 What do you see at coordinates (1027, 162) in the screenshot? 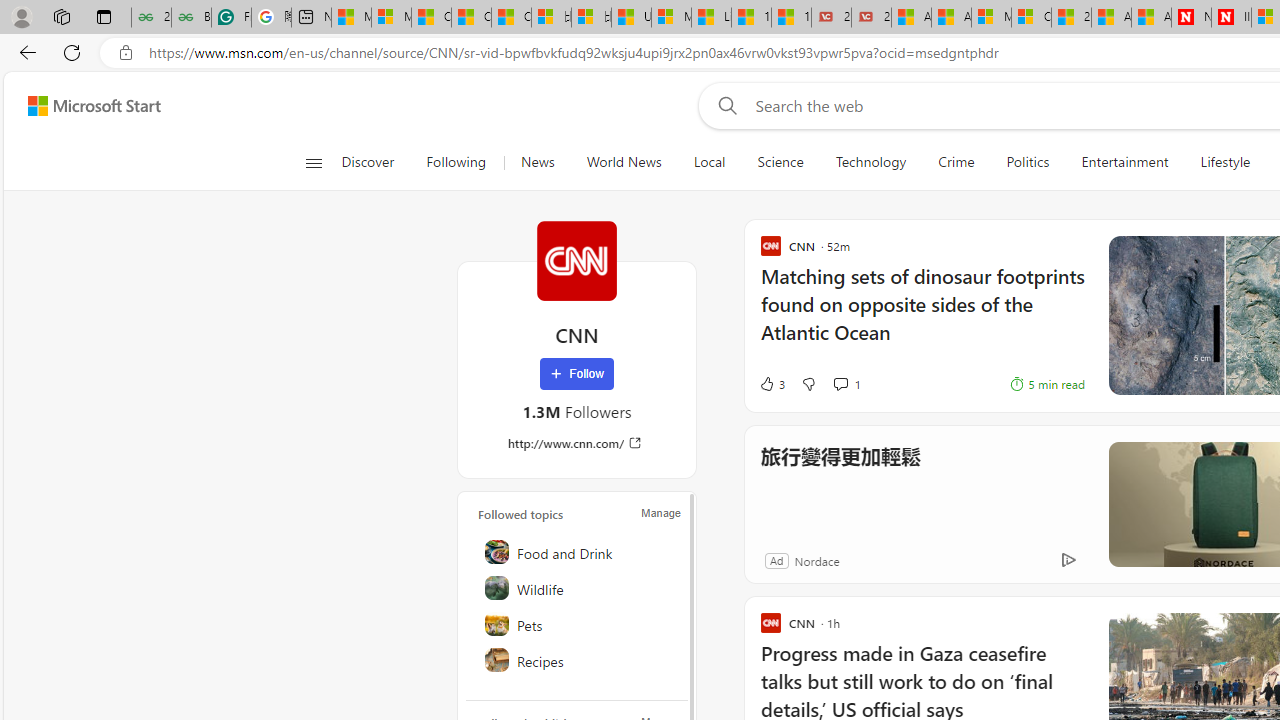
I see `'Politics'` at bounding box center [1027, 162].